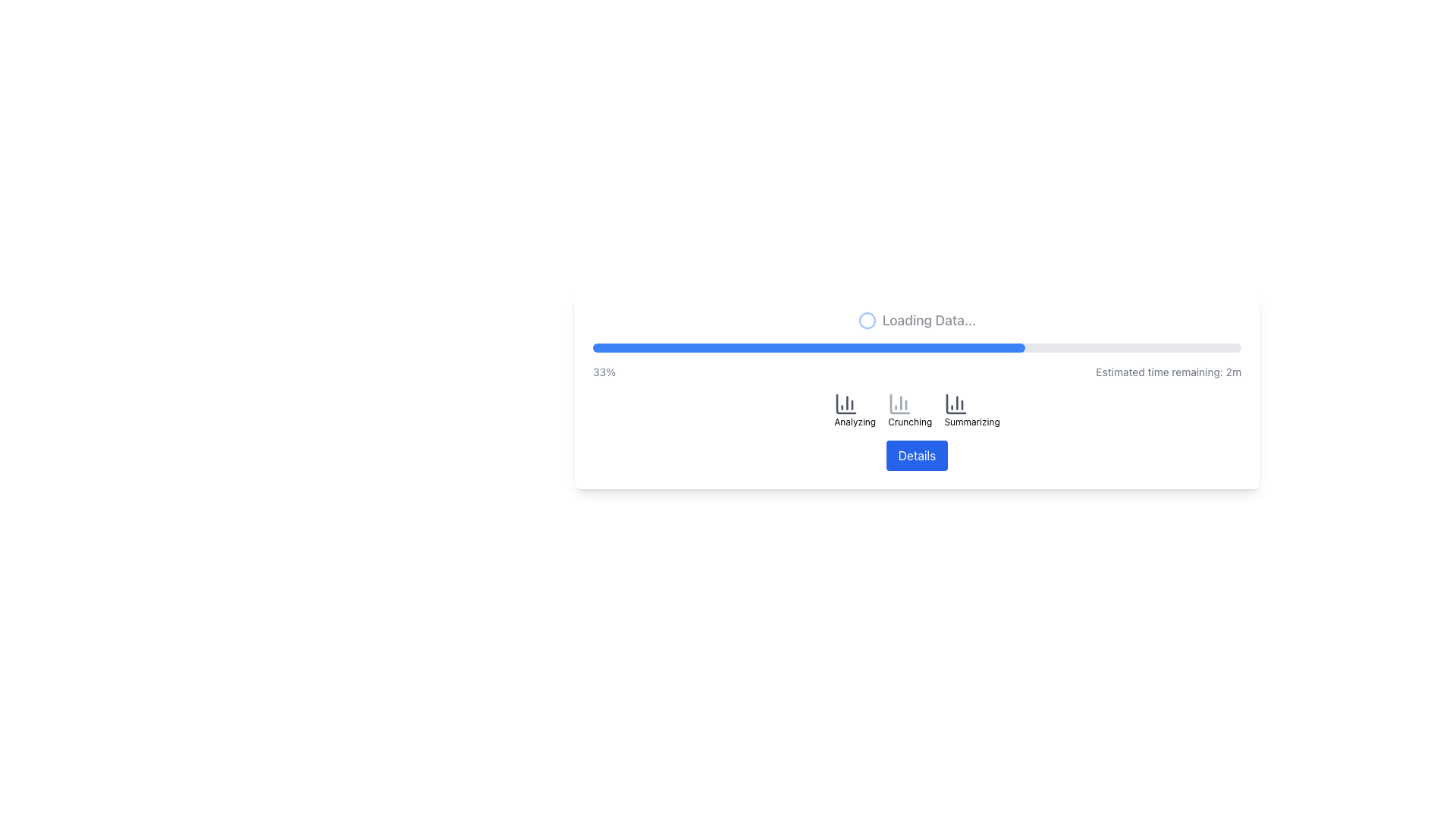 This screenshot has width=1456, height=819. Describe the element at coordinates (867, 320) in the screenshot. I see `the animated spinner located to the left of the 'Loading Data...' text, which serves as a visual indication of a loading process` at that location.